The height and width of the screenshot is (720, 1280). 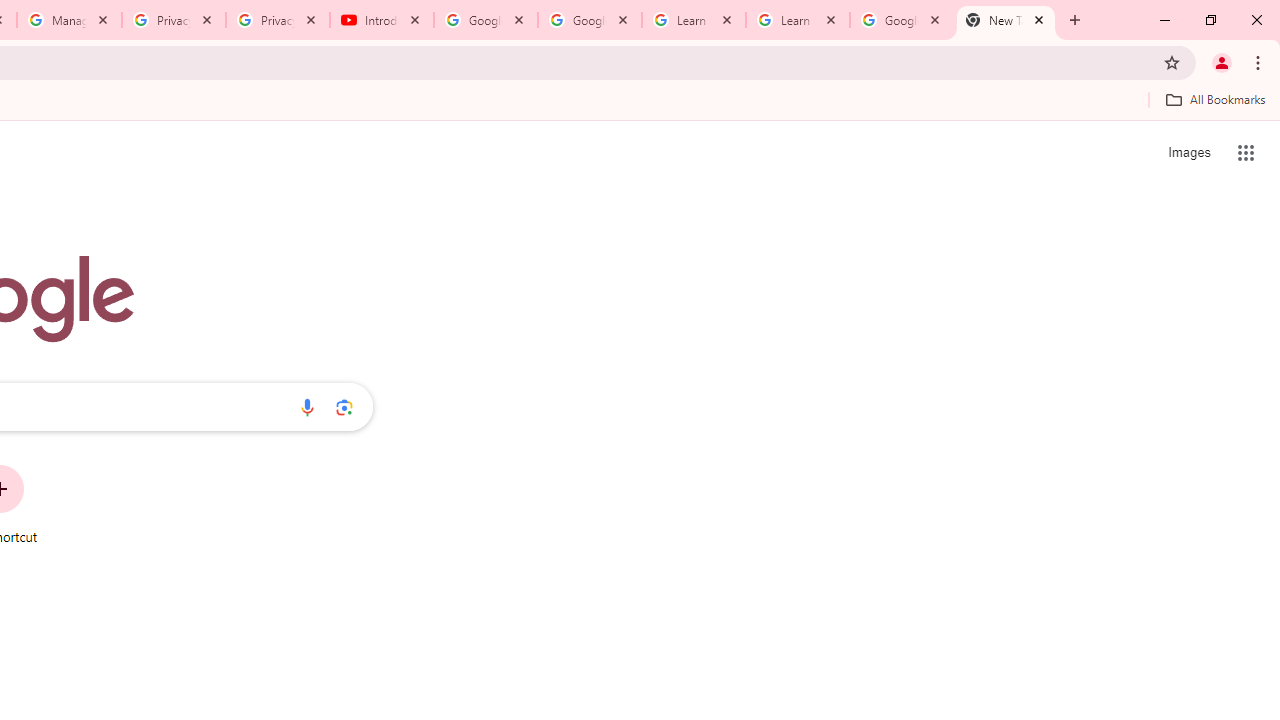 What do you see at coordinates (1209, 20) in the screenshot?
I see `'Restore'` at bounding box center [1209, 20].